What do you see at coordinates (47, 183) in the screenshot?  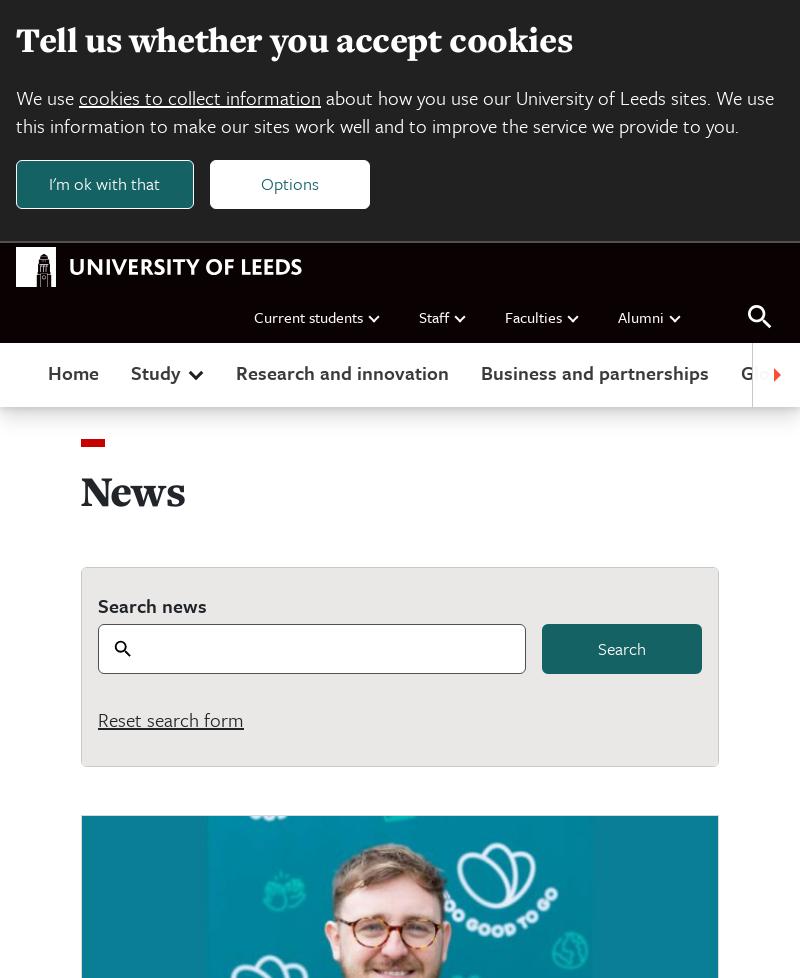 I see `'I'm ok with that'` at bounding box center [47, 183].